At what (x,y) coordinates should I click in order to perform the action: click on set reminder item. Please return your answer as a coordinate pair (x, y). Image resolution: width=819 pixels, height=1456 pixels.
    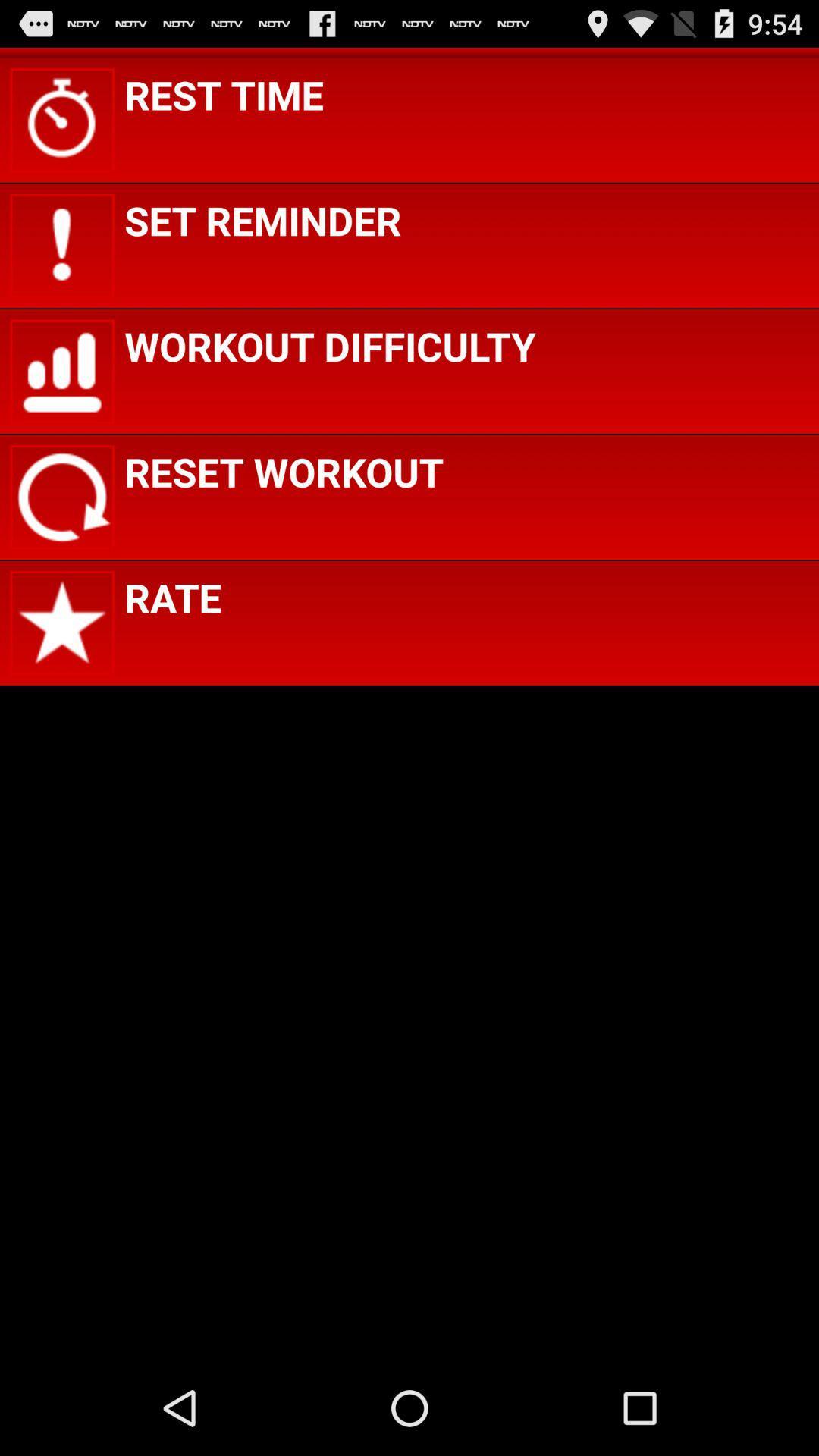
    Looking at the image, I should click on (262, 219).